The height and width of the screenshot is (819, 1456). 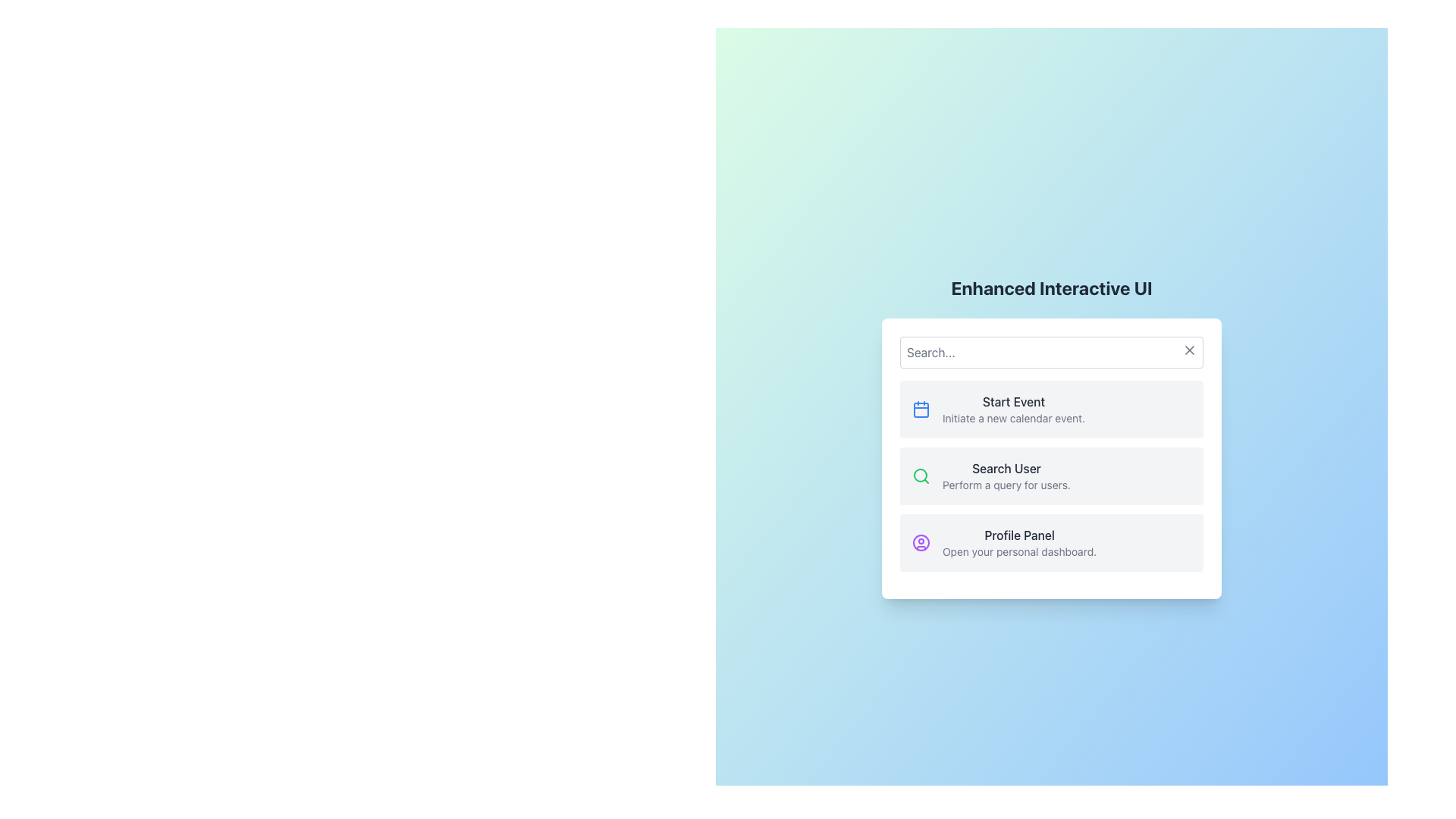 I want to click on the purple user profile icon located in the third section of the list, positioned to the left of 'Profile Panel' and above 'Open your personal dashboard.', so click(x=920, y=542).